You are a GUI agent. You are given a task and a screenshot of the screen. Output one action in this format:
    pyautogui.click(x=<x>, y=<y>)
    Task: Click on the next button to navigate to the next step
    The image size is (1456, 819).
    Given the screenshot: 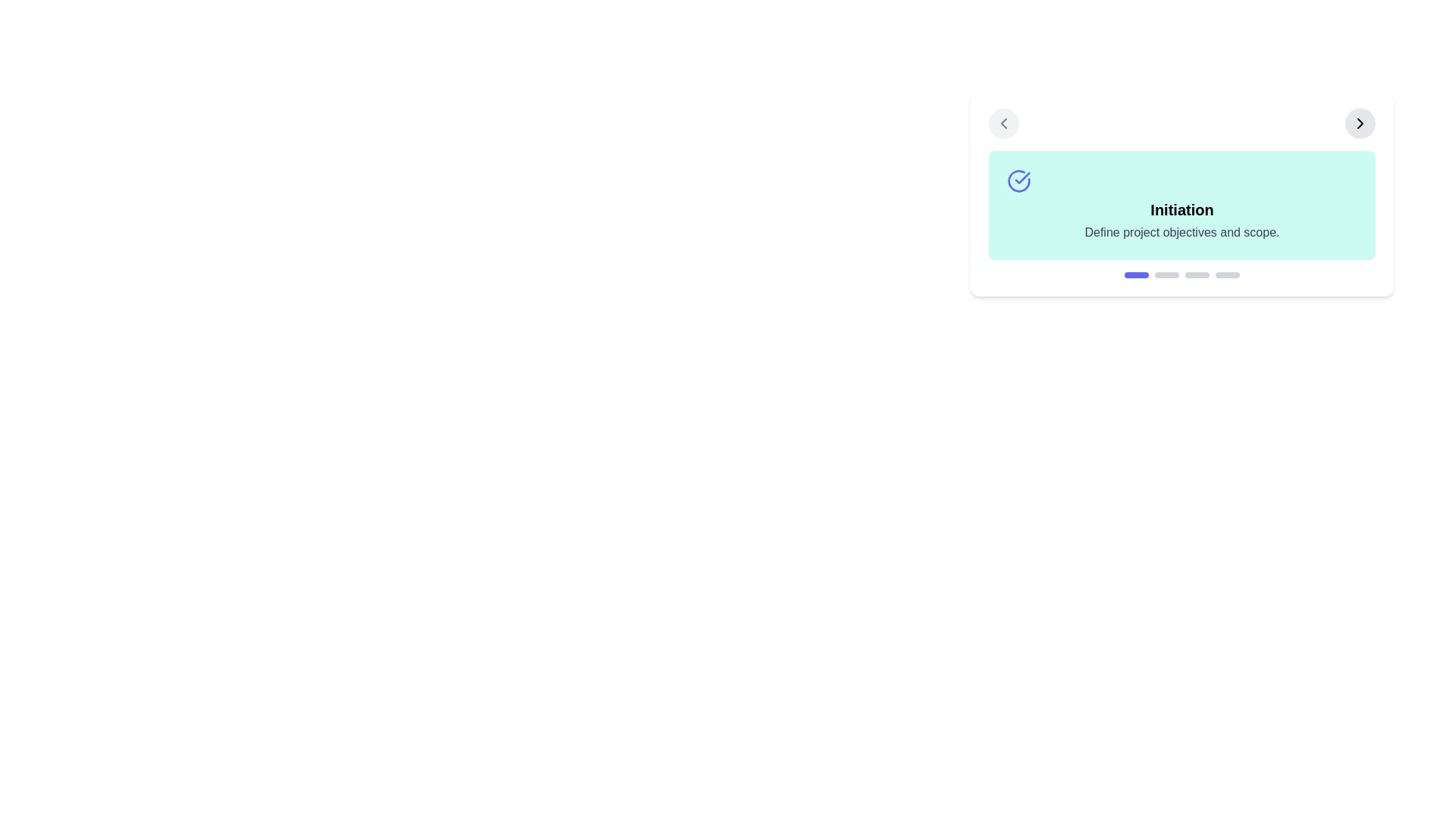 What is the action you would take?
    pyautogui.click(x=1360, y=122)
    